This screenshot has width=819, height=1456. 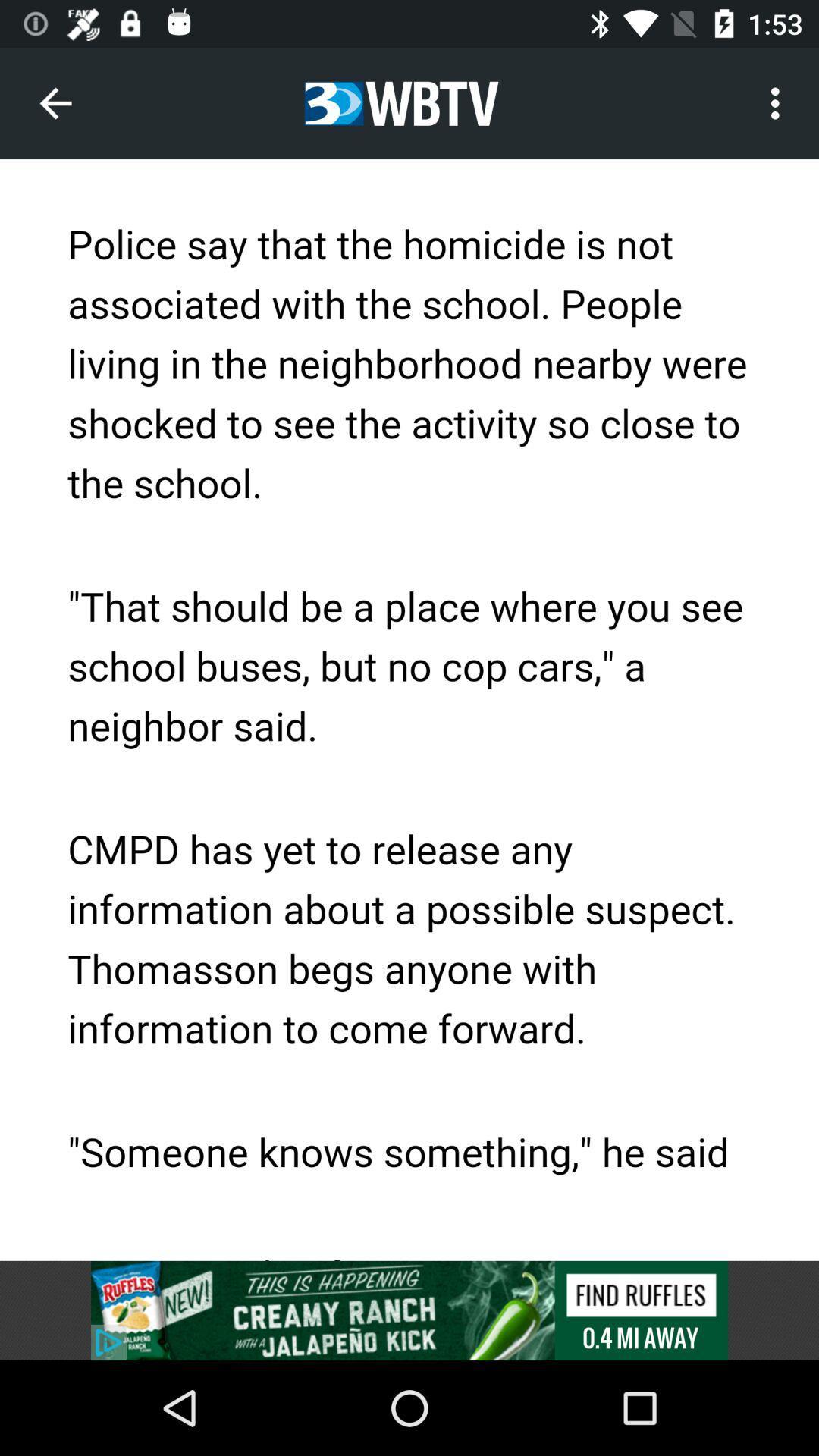 What do you see at coordinates (409, 1310) in the screenshot?
I see `the advertisement` at bounding box center [409, 1310].